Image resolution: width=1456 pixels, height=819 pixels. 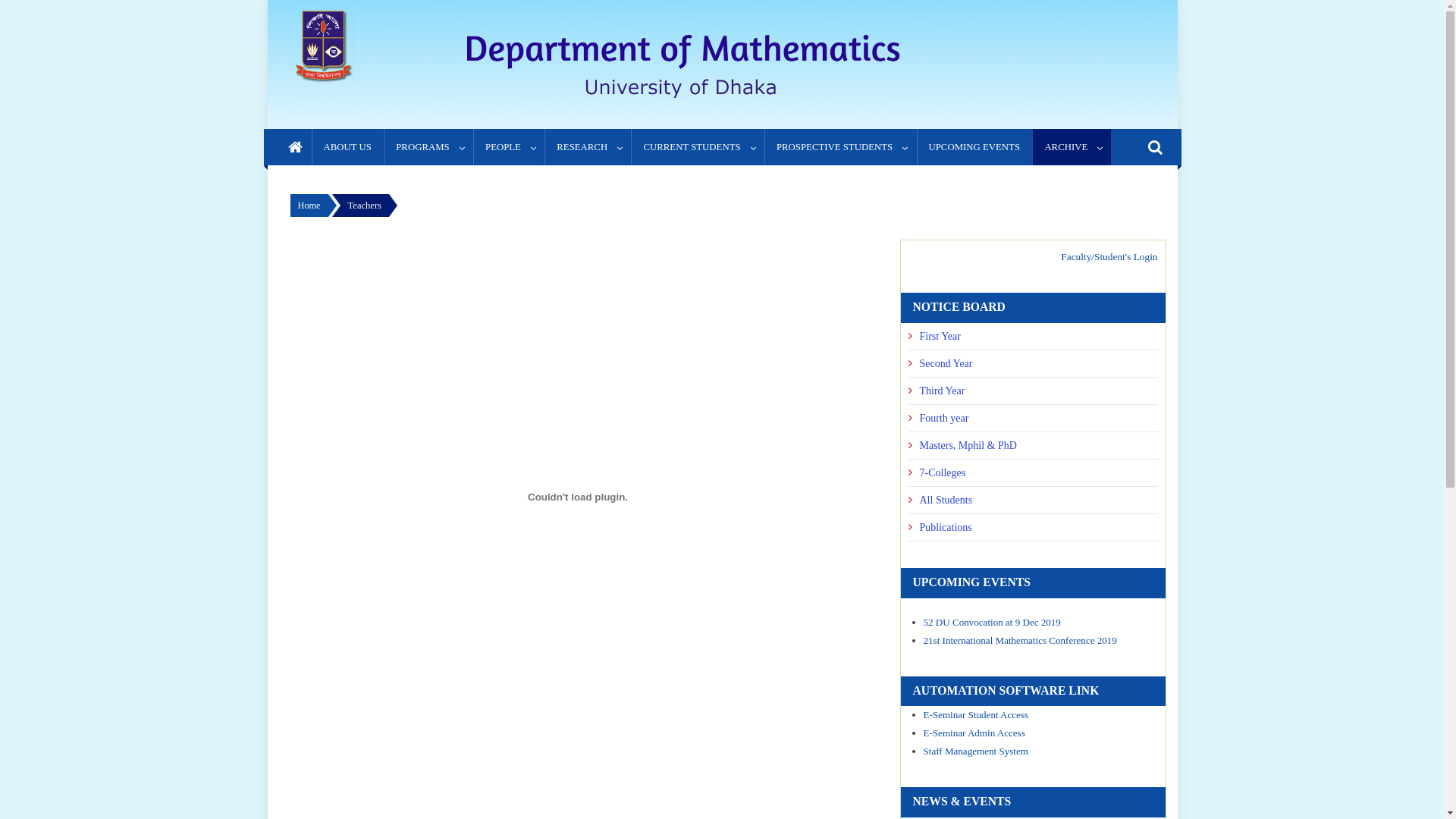 What do you see at coordinates (908, 391) in the screenshot?
I see `'Third Year'` at bounding box center [908, 391].